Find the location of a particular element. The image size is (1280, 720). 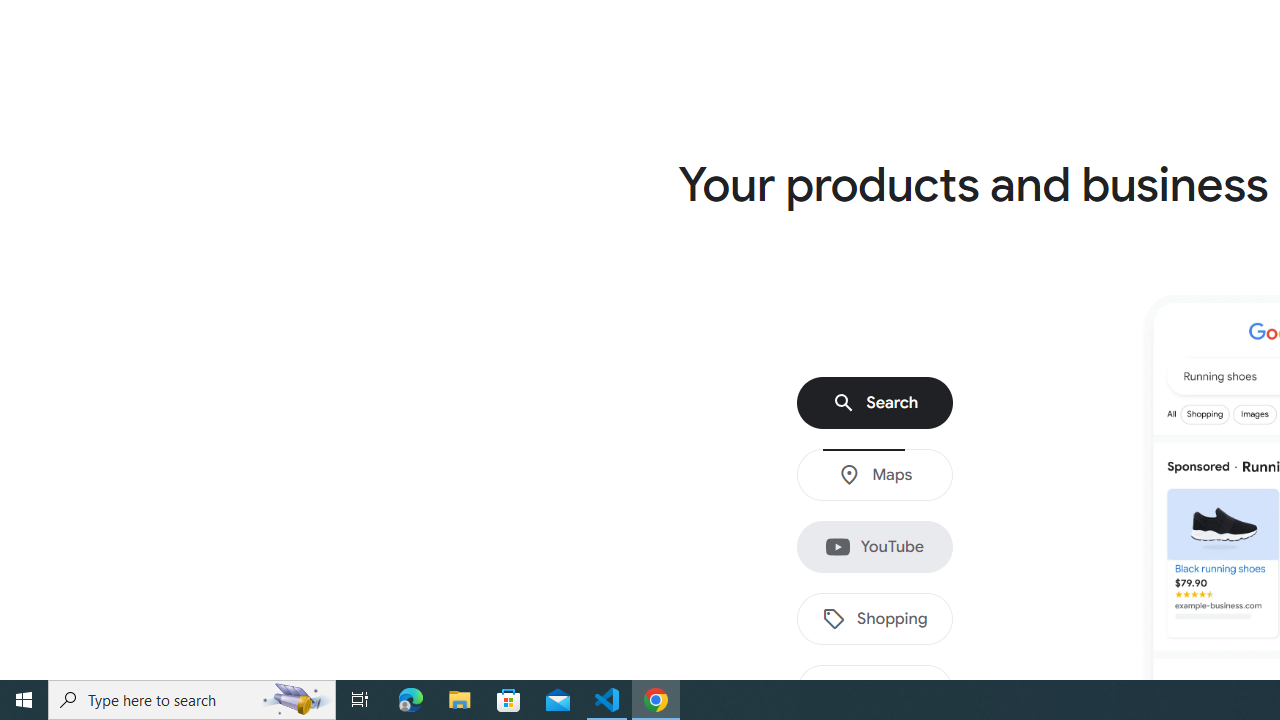

'File Explorer' is located at coordinates (459, 698).